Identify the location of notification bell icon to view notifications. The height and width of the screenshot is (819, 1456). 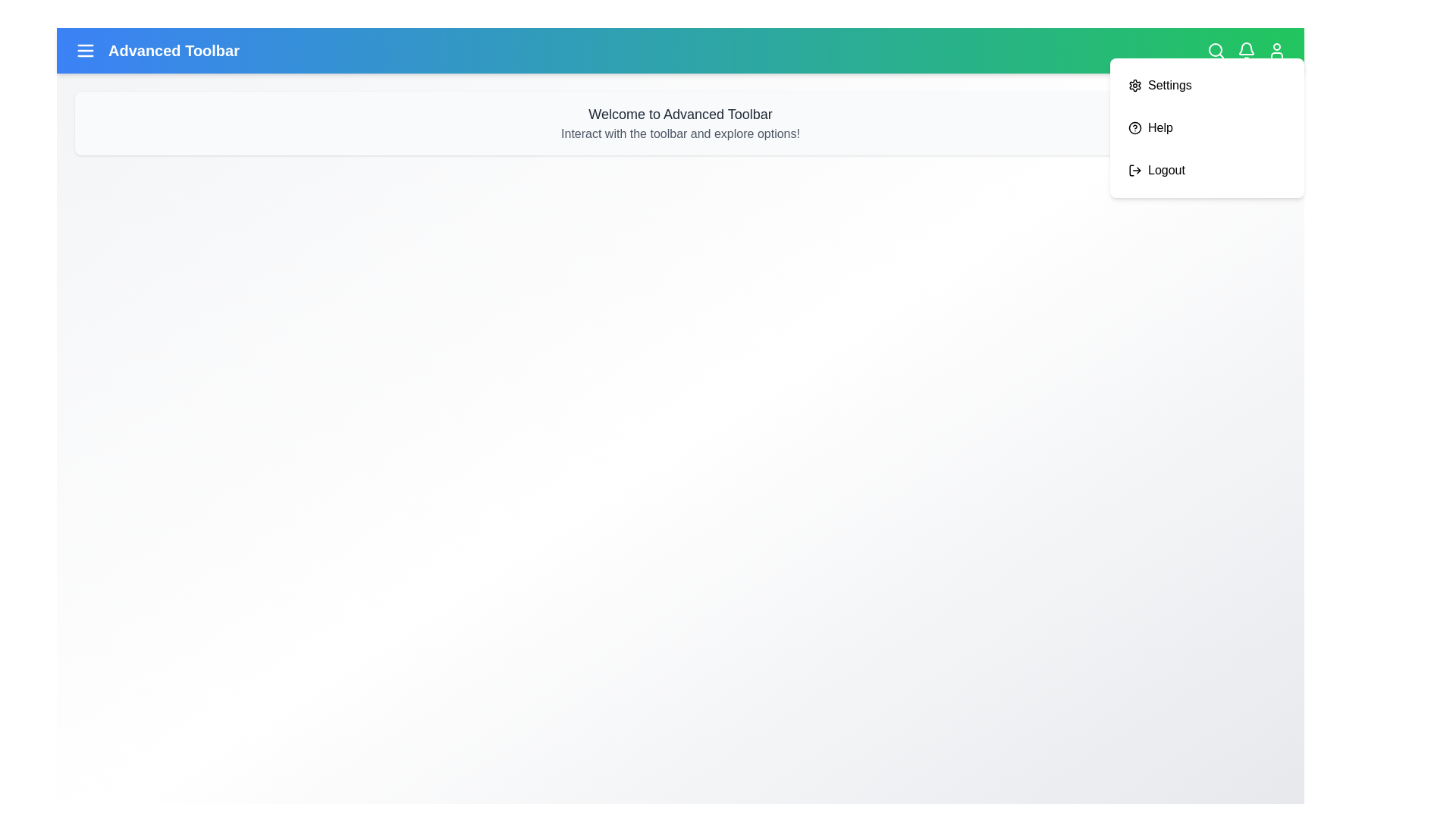
(1246, 49).